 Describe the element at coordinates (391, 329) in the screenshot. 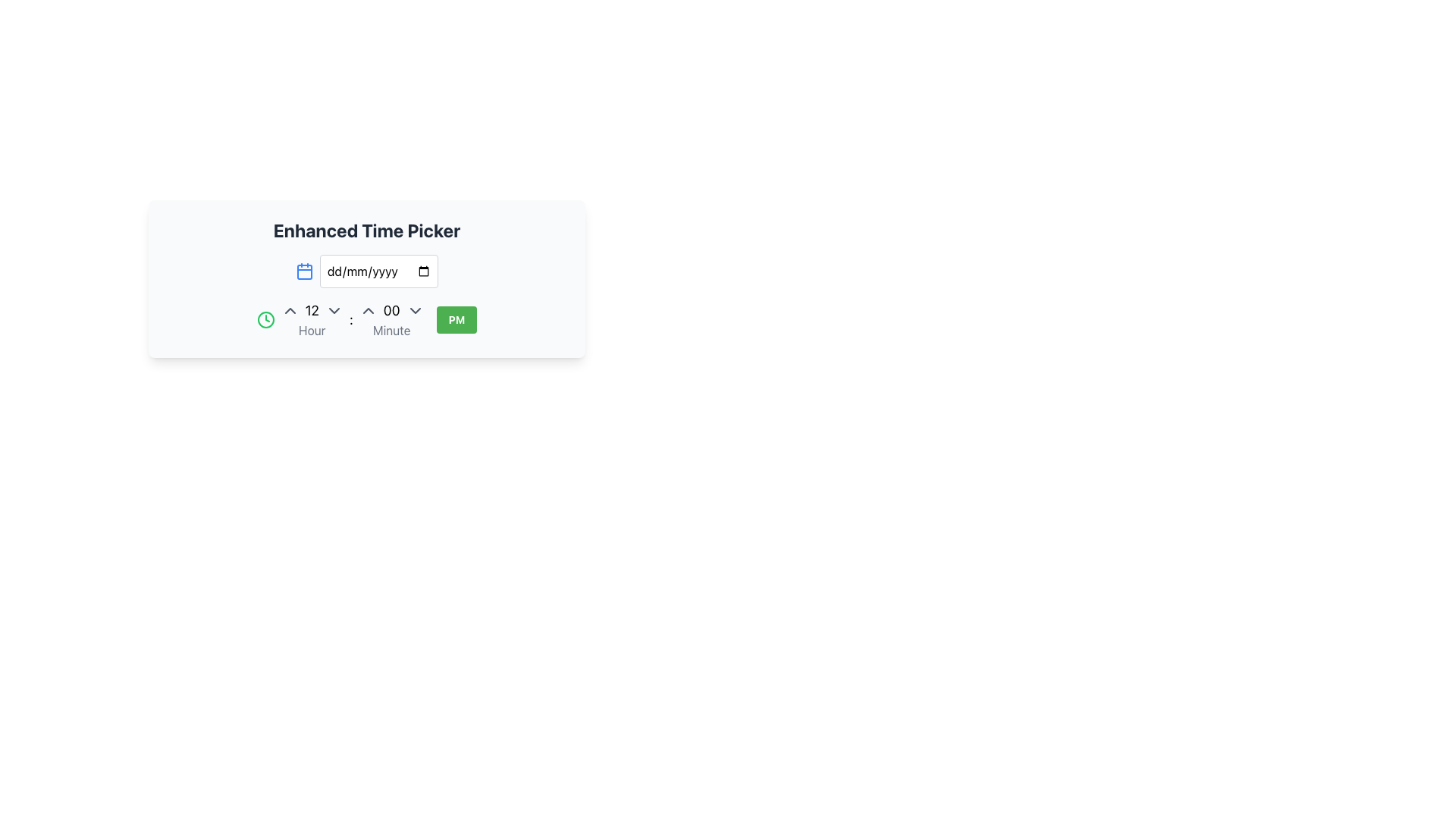

I see `the text label displaying 'Minute', which is styled in gray color and positioned below the numerical display '00' in the time input interface` at that location.